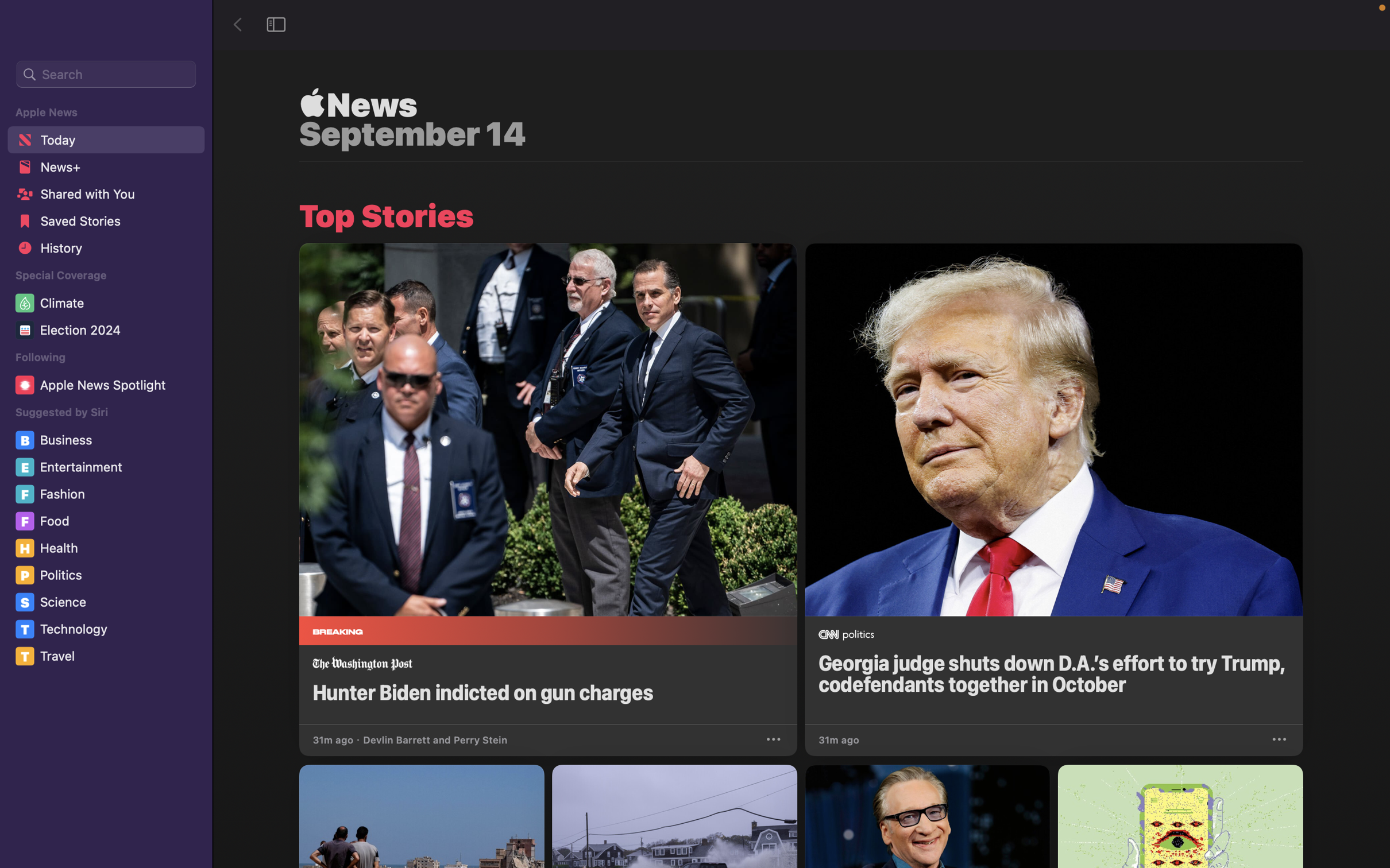  I want to click on Execute a web search for articles and news about "Covid 2020", so click(106, 74).